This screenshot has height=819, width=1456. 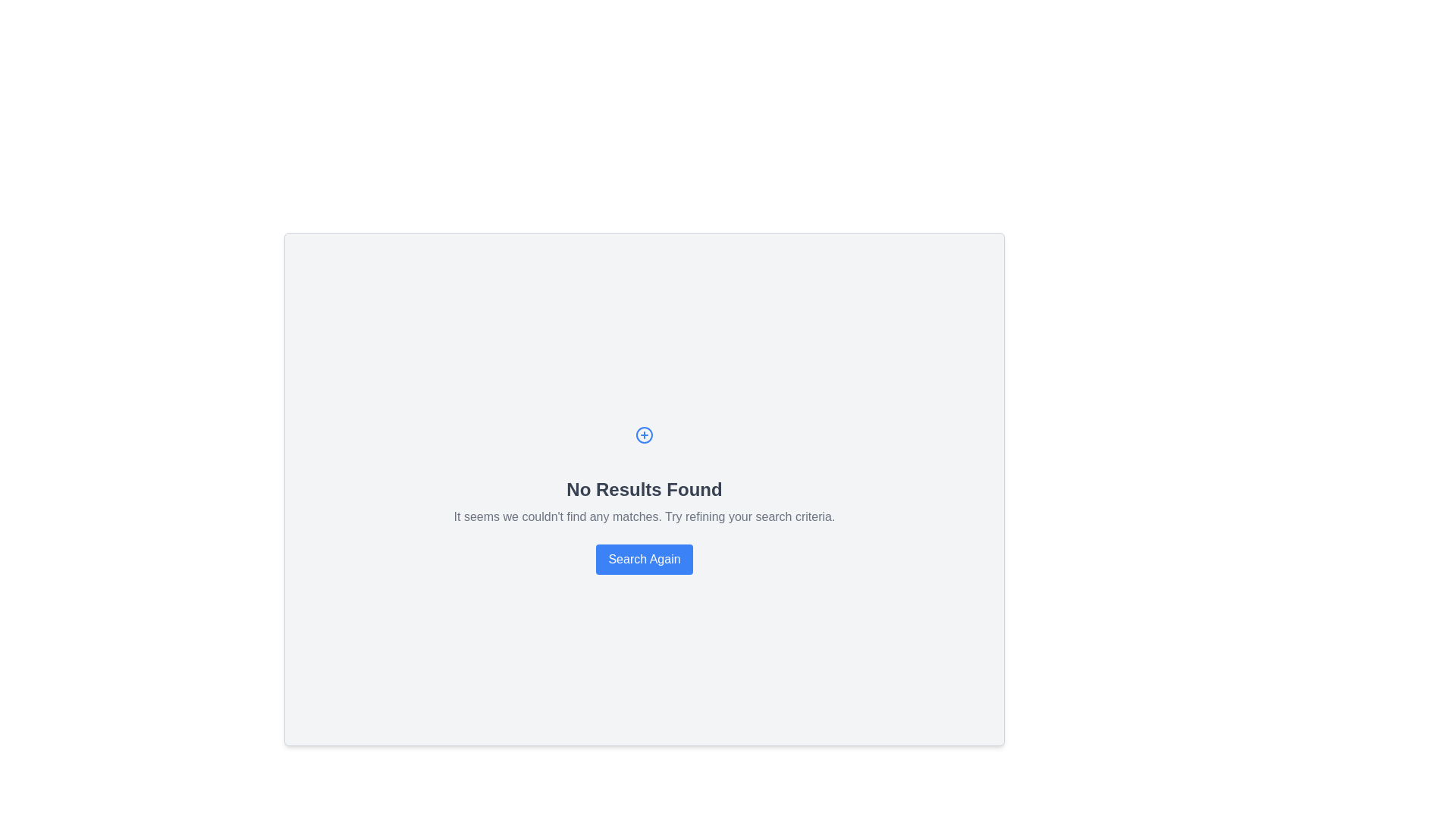 I want to click on the icon button with a plus sign located above the 'No Results Found' text, so click(x=644, y=435).